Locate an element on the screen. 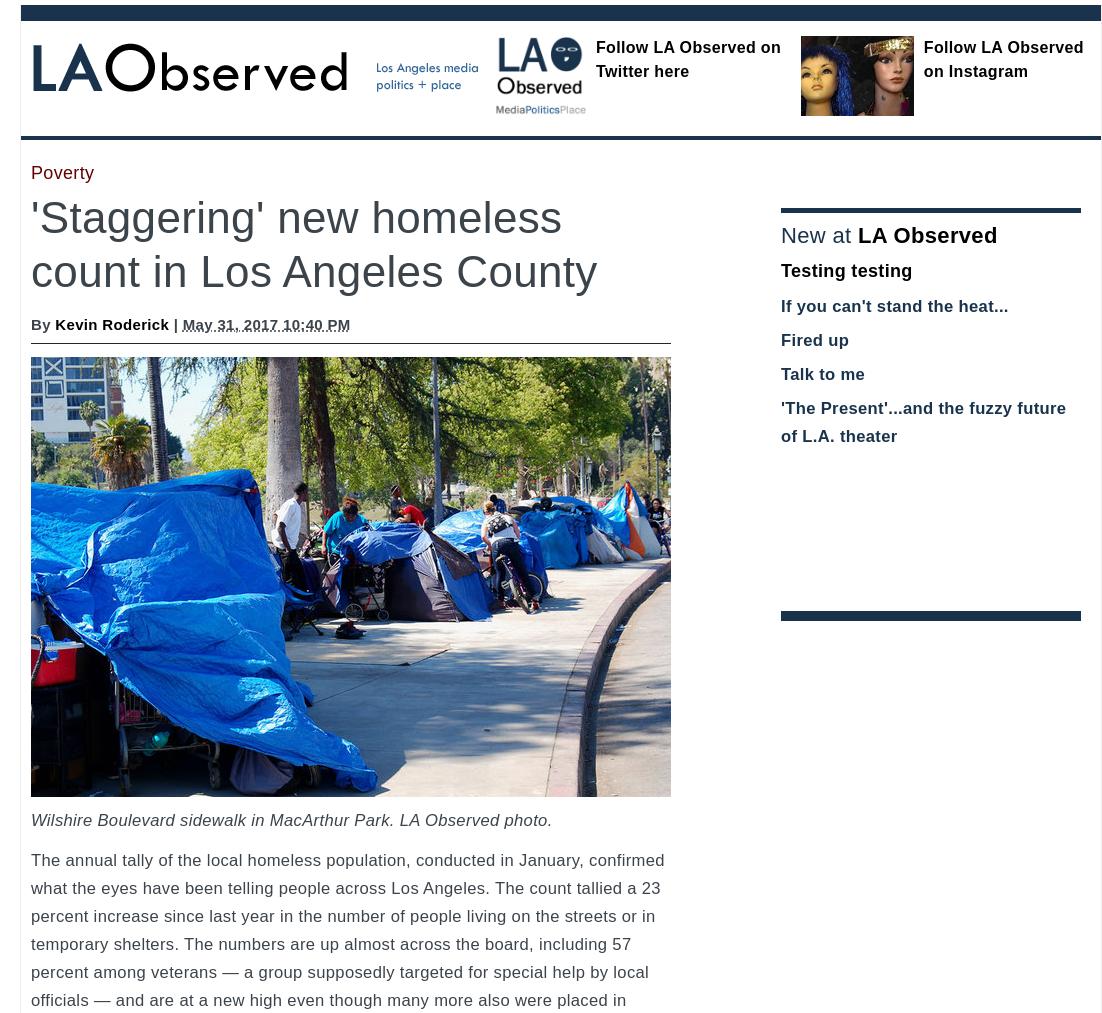  ''Staggering' new homeless count in Los Angeles County' is located at coordinates (313, 243).